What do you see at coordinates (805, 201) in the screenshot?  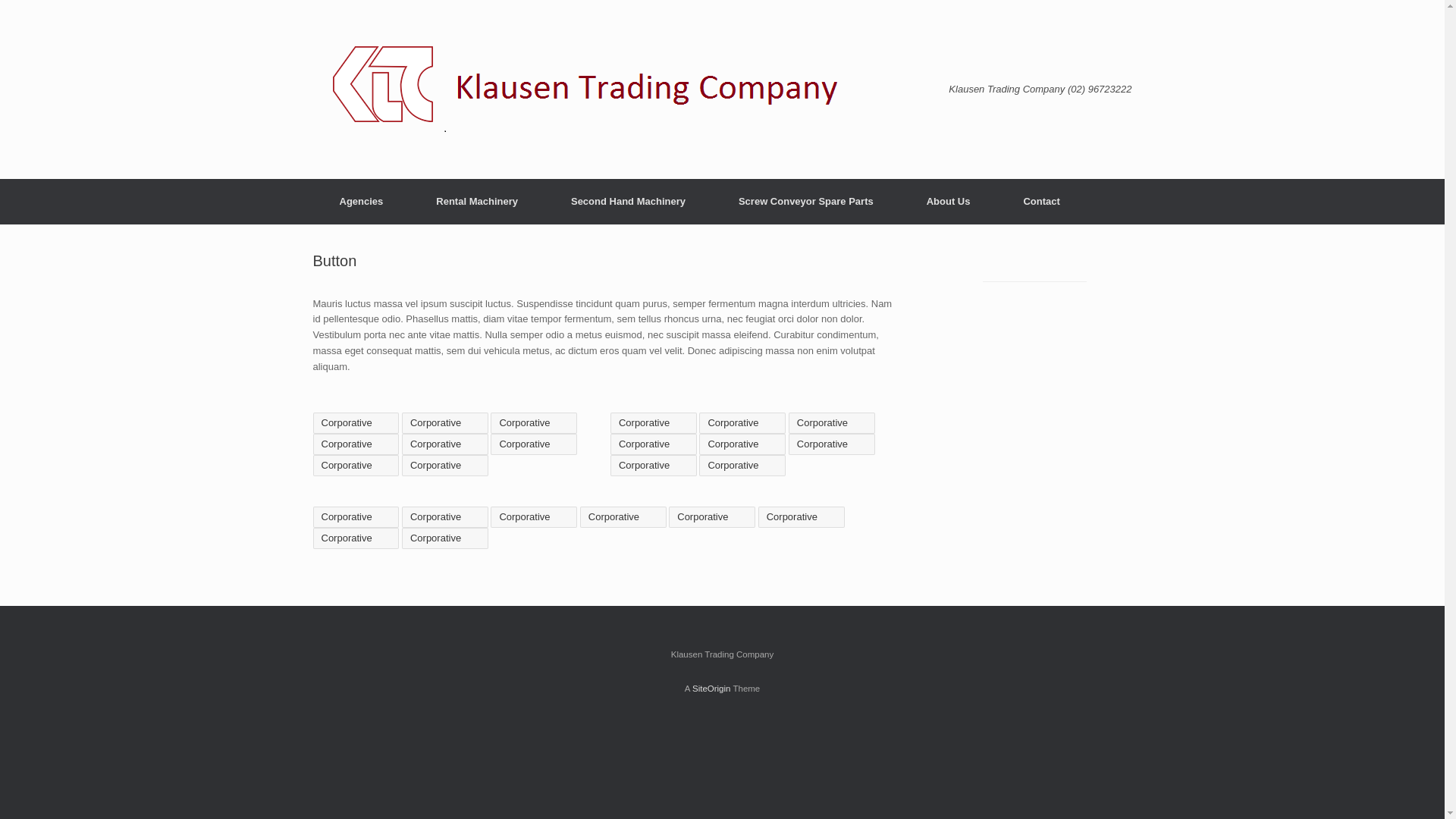 I see `'Screw Conveyor Spare Parts'` at bounding box center [805, 201].